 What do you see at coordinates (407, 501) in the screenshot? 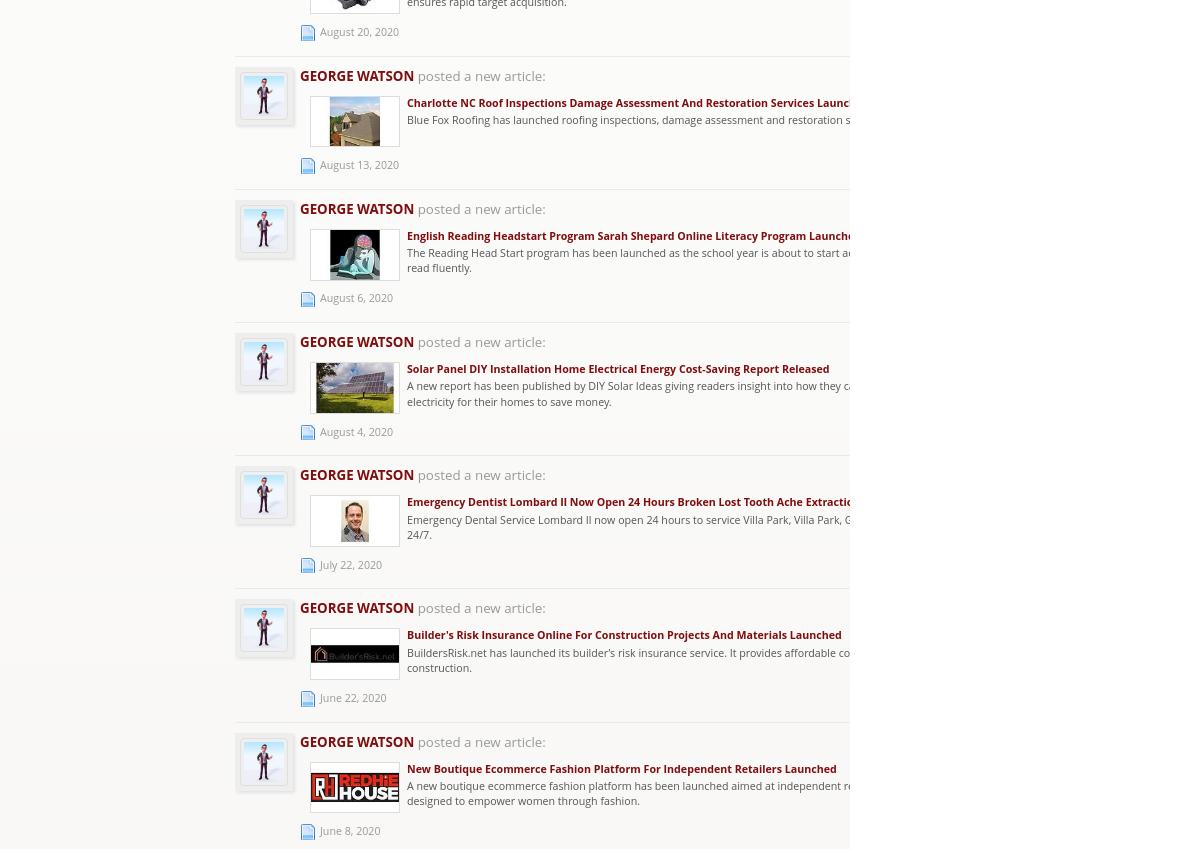
I see `'Emergency Dentist Lombard Il Now Open 24 Hours Broken Lost Tooth Ache Extraction'` at bounding box center [407, 501].